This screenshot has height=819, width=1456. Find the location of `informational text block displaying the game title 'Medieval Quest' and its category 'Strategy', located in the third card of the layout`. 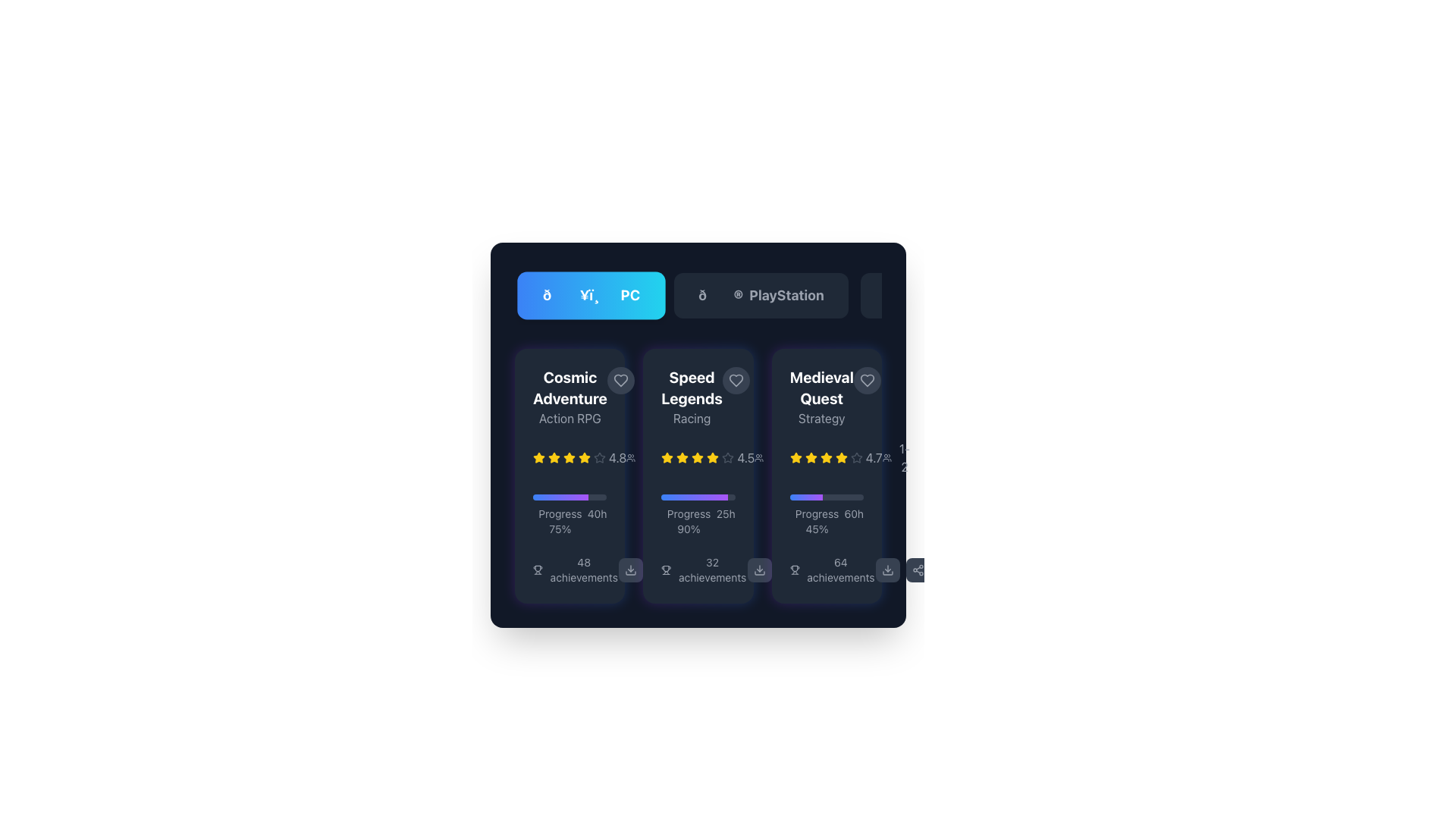

informational text block displaying the game title 'Medieval Quest' and its category 'Strategy', located in the third card of the layout is located at coordinates (826, 397).